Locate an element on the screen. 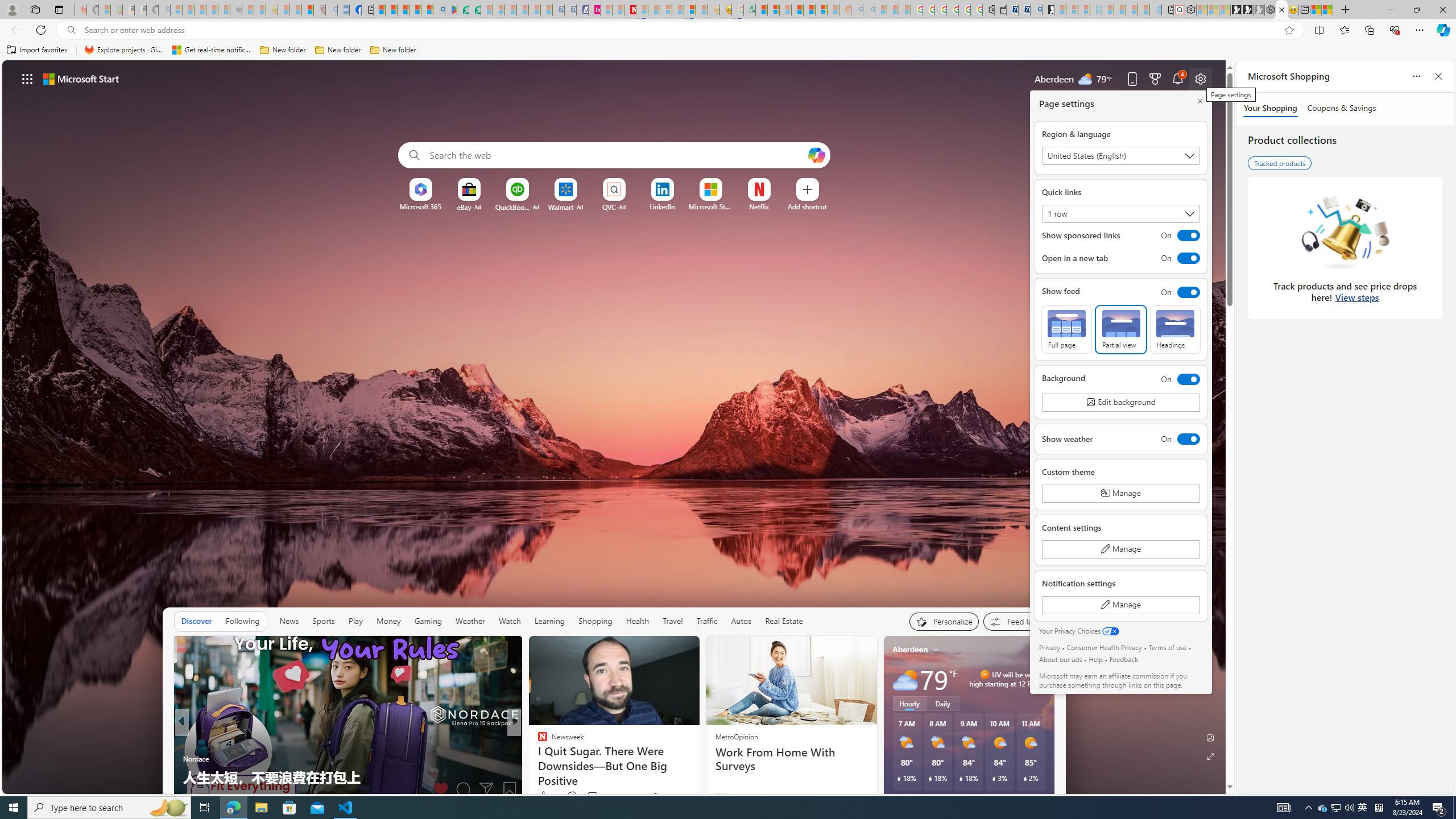 This screenshot has width=1456, height=819. 'Cheap Hotels - Save70.com - Sleeping' is located at coordinates (570, 9).